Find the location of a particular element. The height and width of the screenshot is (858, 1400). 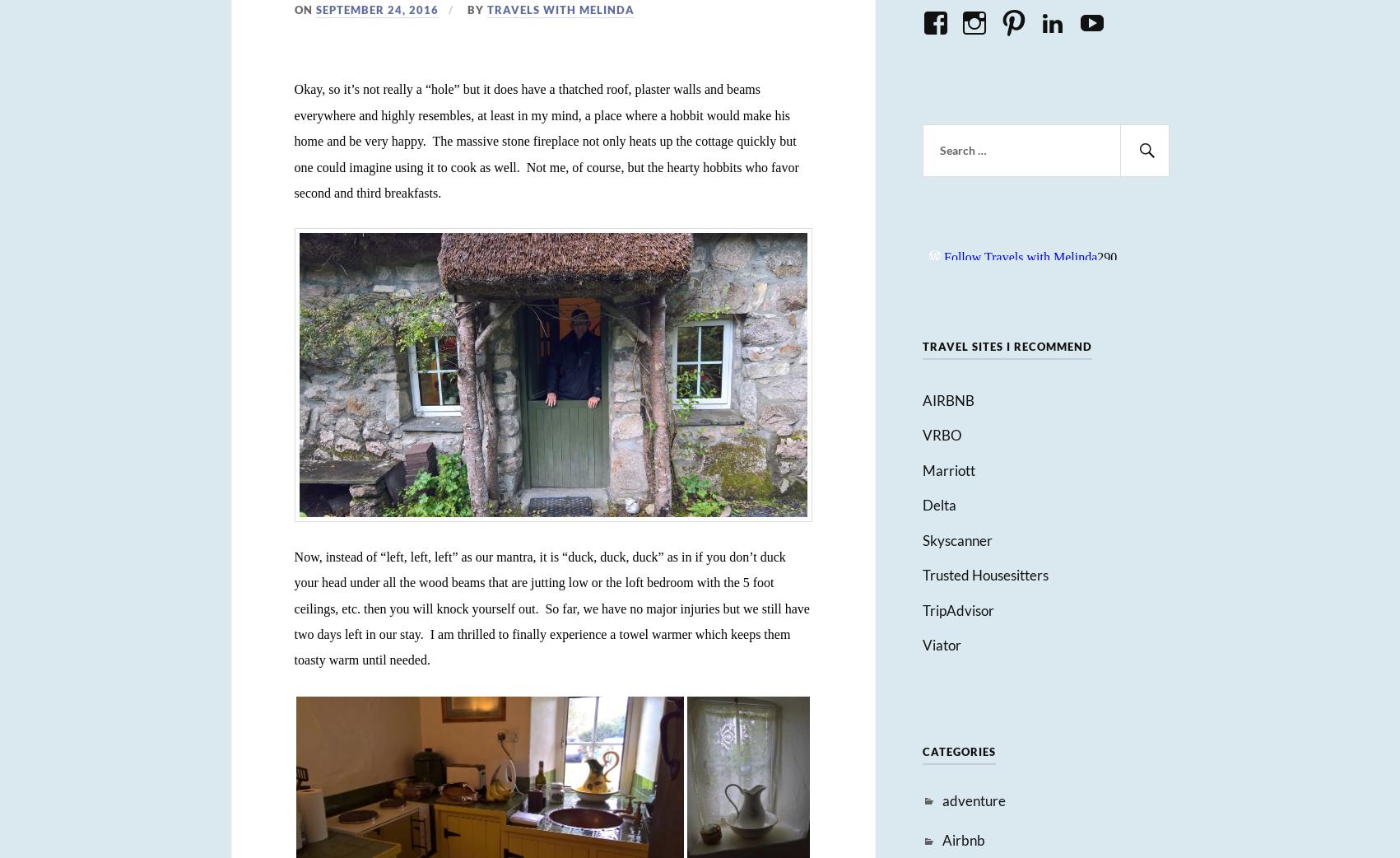

'September 24, 2016' is located at coordinates (375, 8).